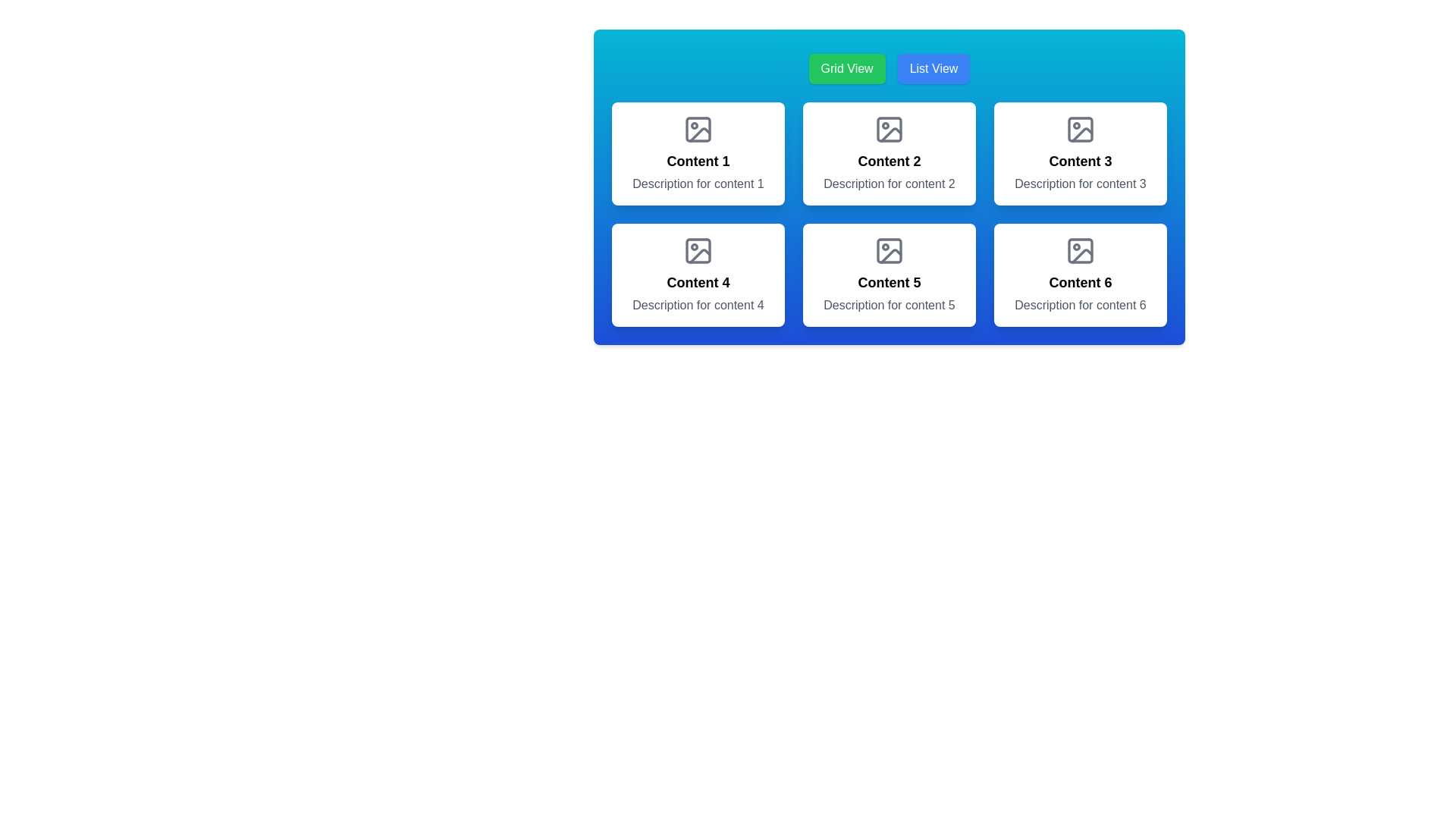 The width and height of the screenshot is (1456, 819). What do you see at coordinates (889, 128) in the screenshot?
I see `the gray stylized SVG icon resembling an image symbol, which is located in the second column of a grid layout and positioned directly above the text label 'Content 2'` at bounding box center [889, 128].